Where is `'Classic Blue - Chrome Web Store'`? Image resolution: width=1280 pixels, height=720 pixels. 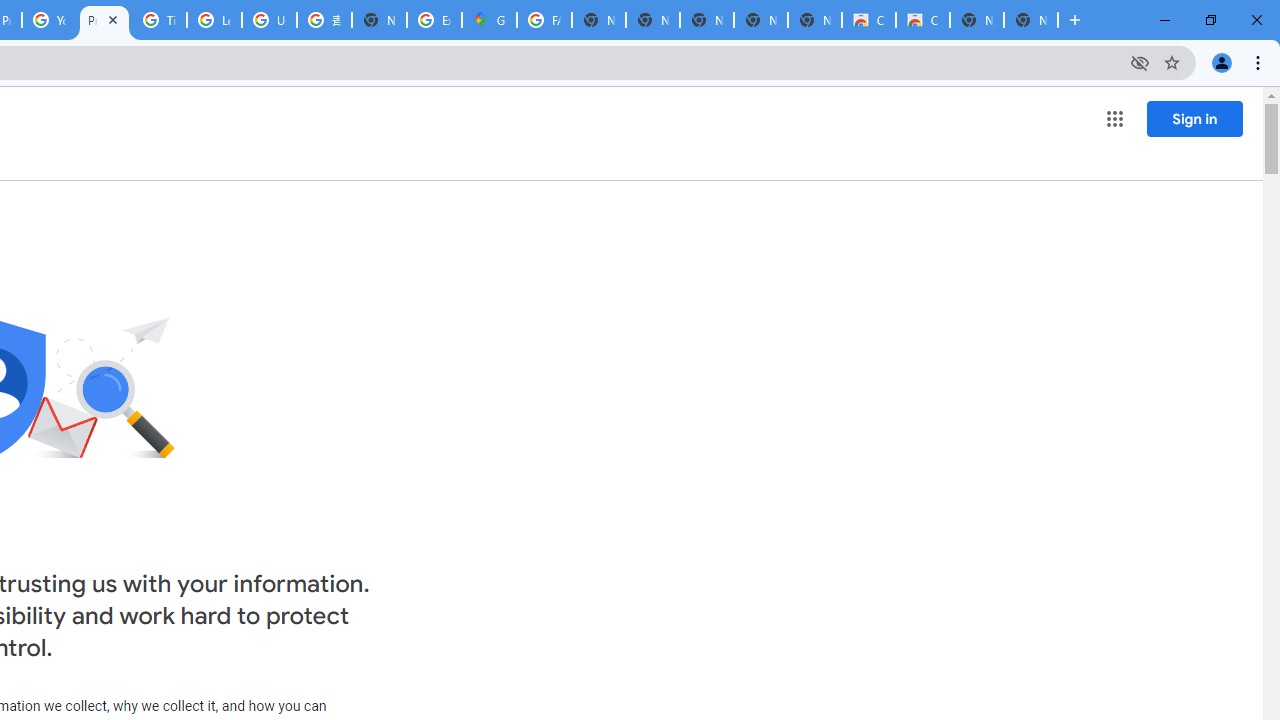 'Classic Blue - Chrome Web Store' is located at coordinates (921, 20).